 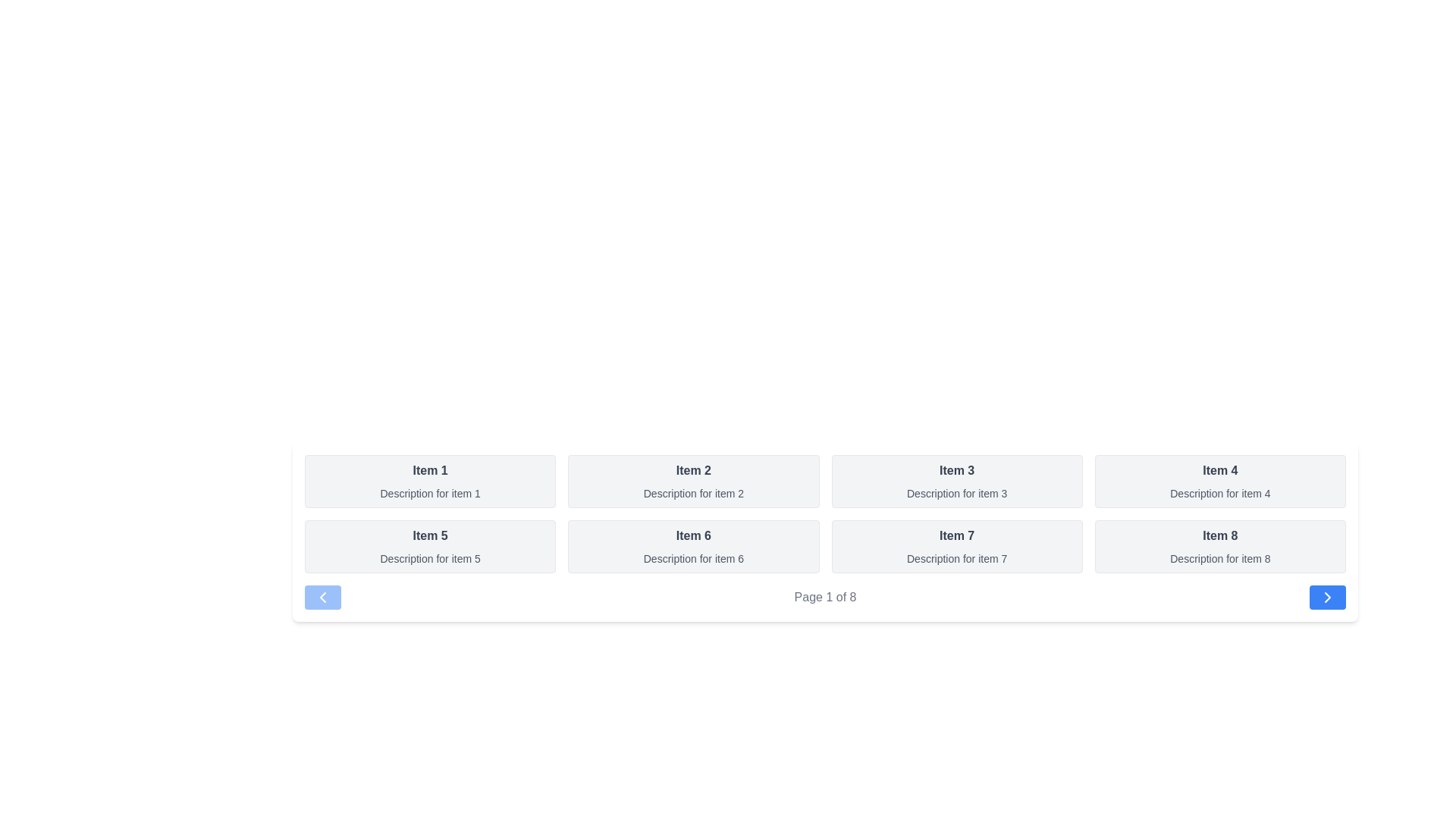 What do you see at coordinates (824, 596) in the screenshot?
I see `the static text element that displays the current page number and total pages, located at the center of the pagination bar at the bottom of the interface` at bounding box center [824, 596].